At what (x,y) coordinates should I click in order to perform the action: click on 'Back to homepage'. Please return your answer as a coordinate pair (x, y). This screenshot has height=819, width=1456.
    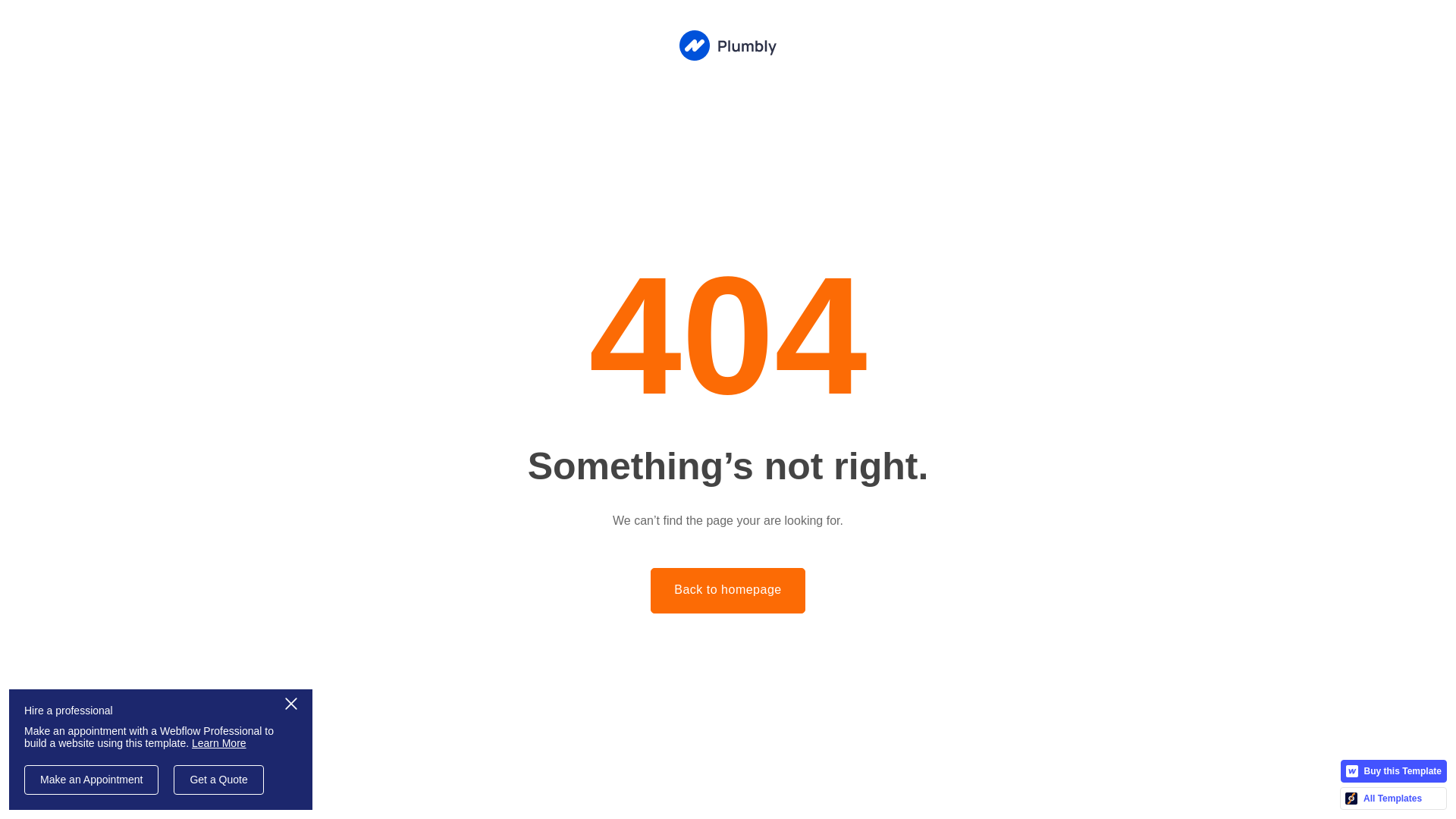
    Looking at the image, I should click on (726, 590).